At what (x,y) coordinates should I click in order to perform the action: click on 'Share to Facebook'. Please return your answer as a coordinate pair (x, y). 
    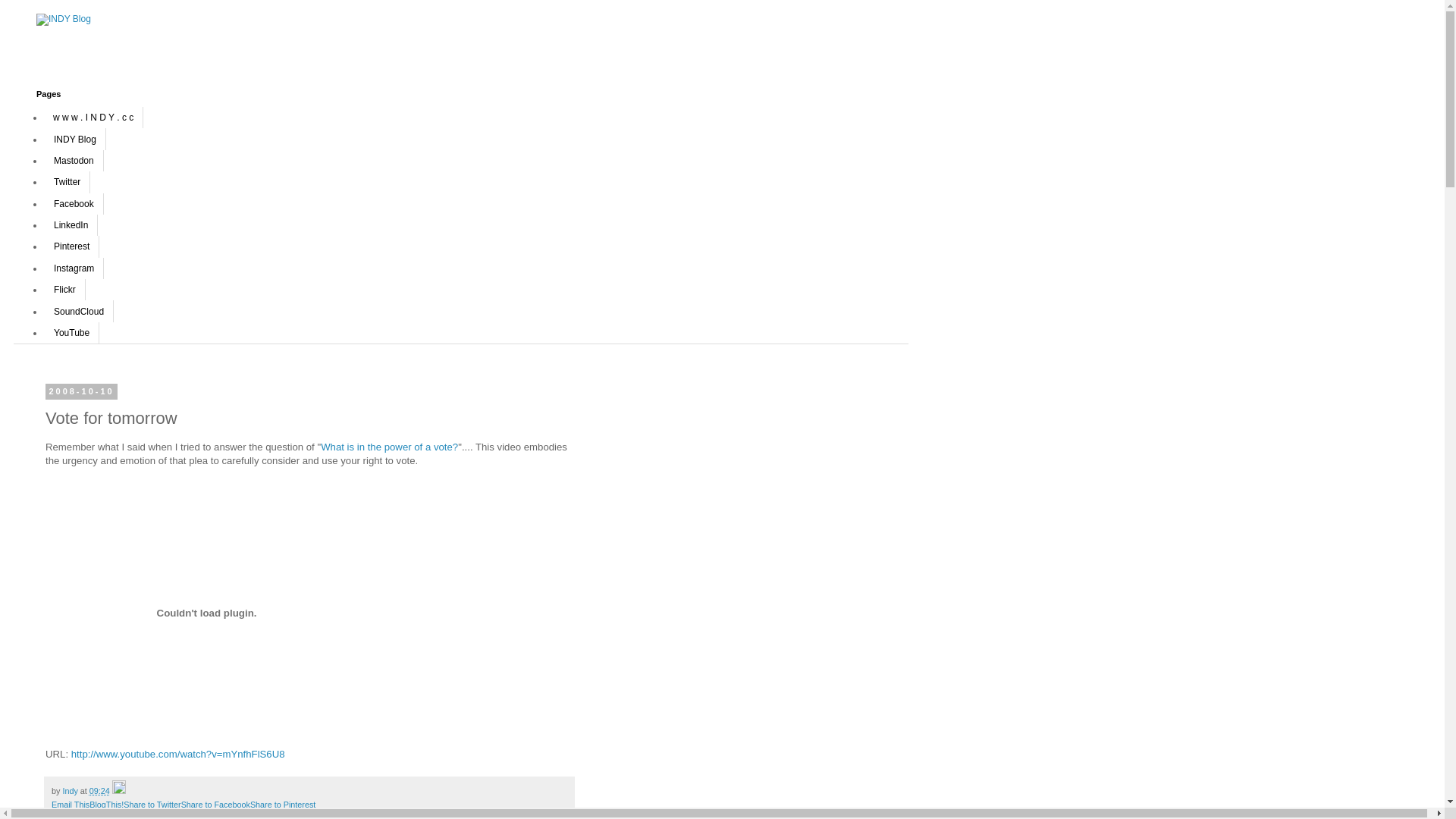
    Looking at the image, I should click on (181, 803).